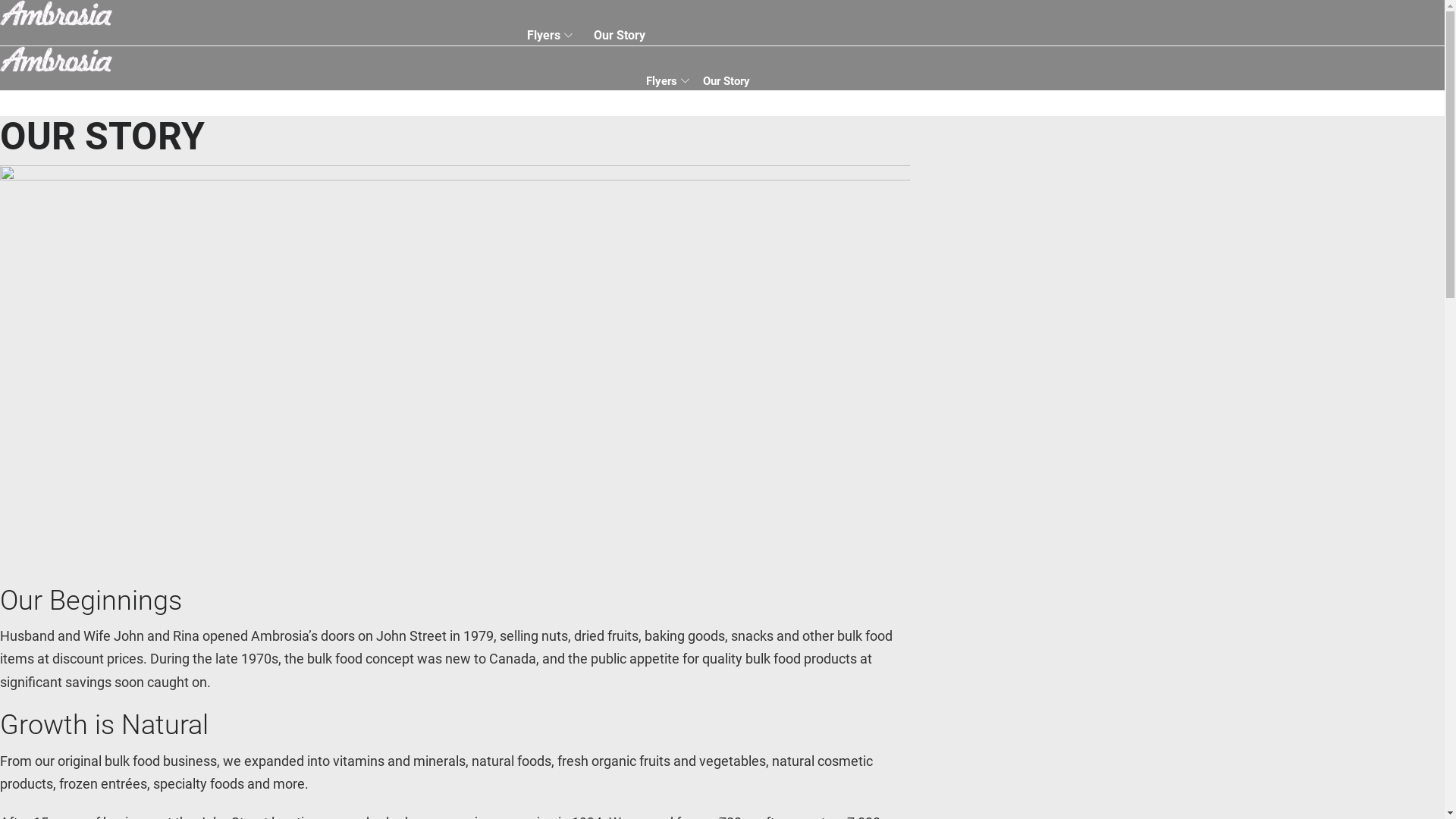 The image size is (1456, 819). What do you see at coordinates (667, 81) in the screenshot?
I see `'Flyersarrow-down'` at bounding box center [667, 81].